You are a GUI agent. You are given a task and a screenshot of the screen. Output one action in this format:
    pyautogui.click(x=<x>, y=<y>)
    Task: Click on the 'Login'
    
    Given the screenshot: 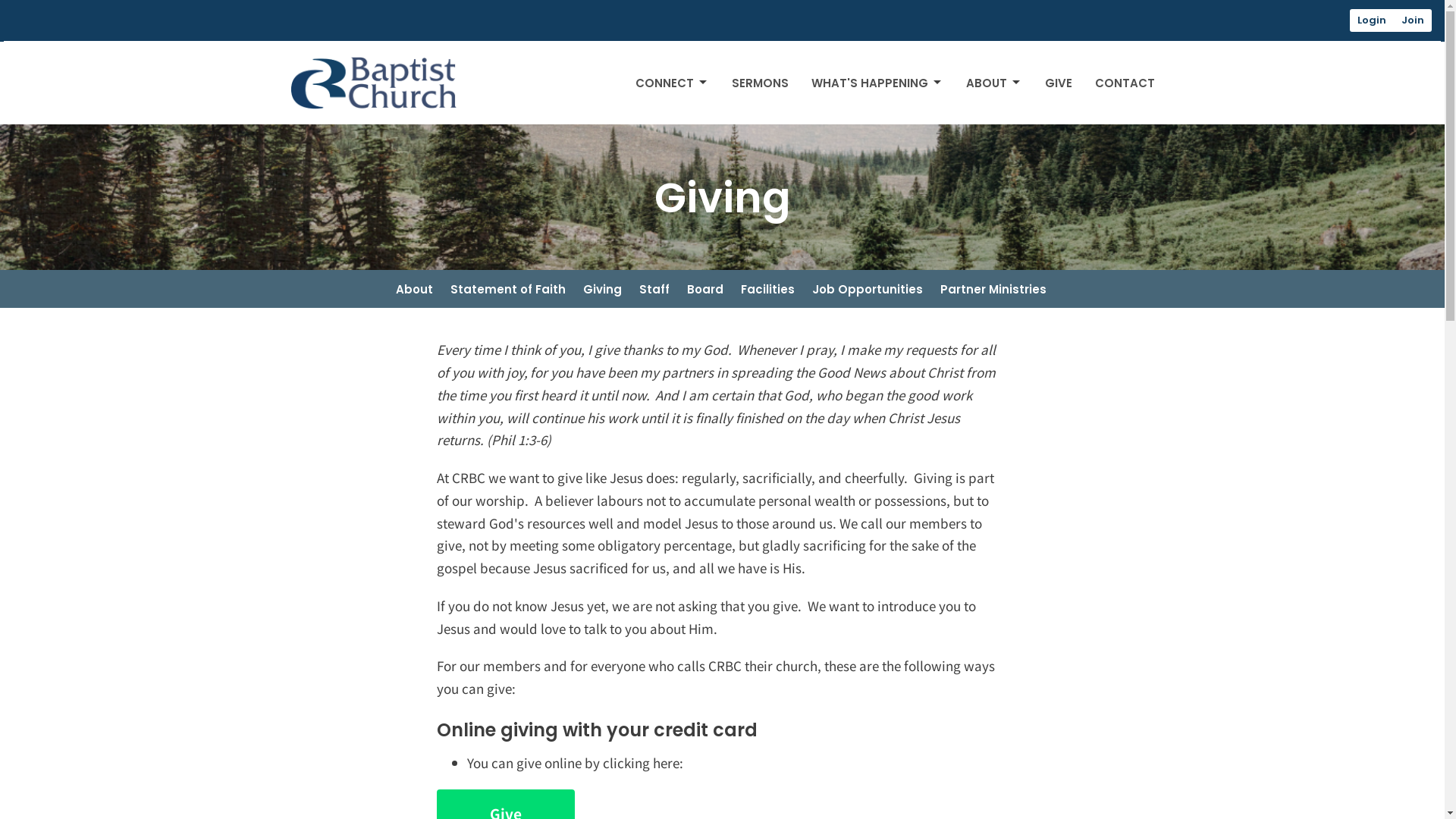 What is the action you would take?
    pyautogui.click(x=1372, y=20)
    